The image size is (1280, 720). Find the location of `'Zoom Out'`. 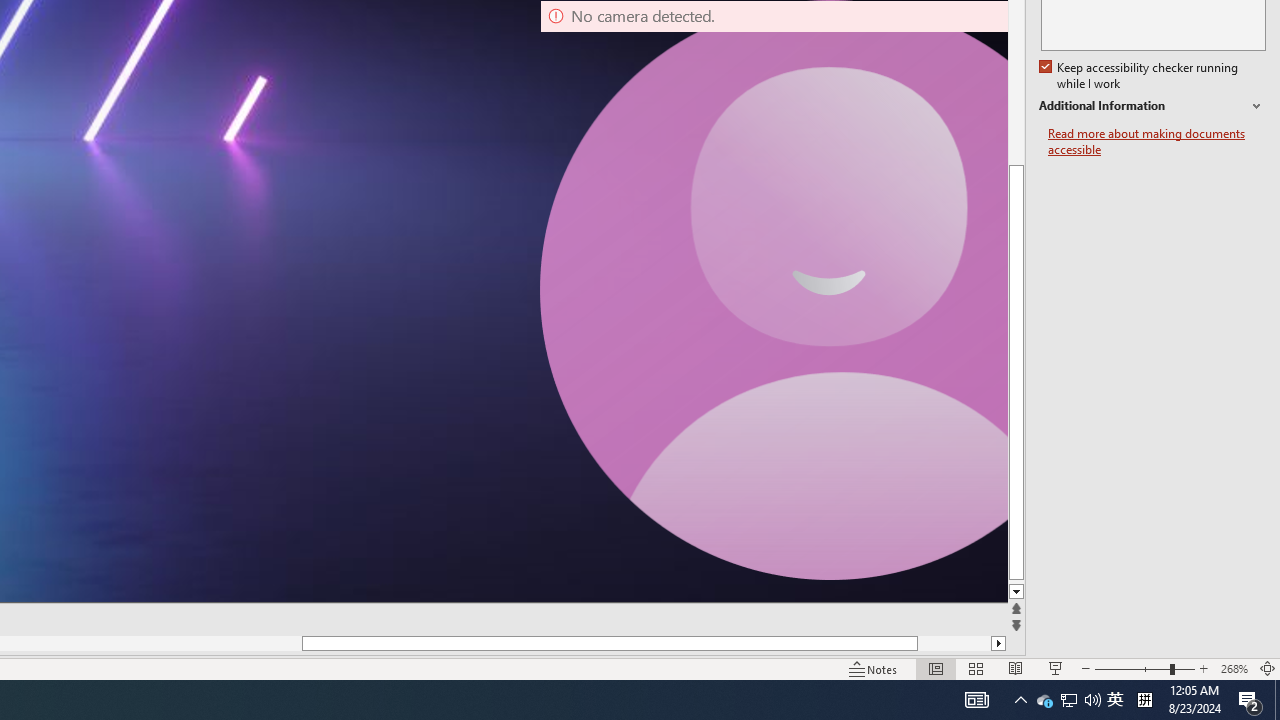

'Zoom Out' is located at coordinates (1132, 669).